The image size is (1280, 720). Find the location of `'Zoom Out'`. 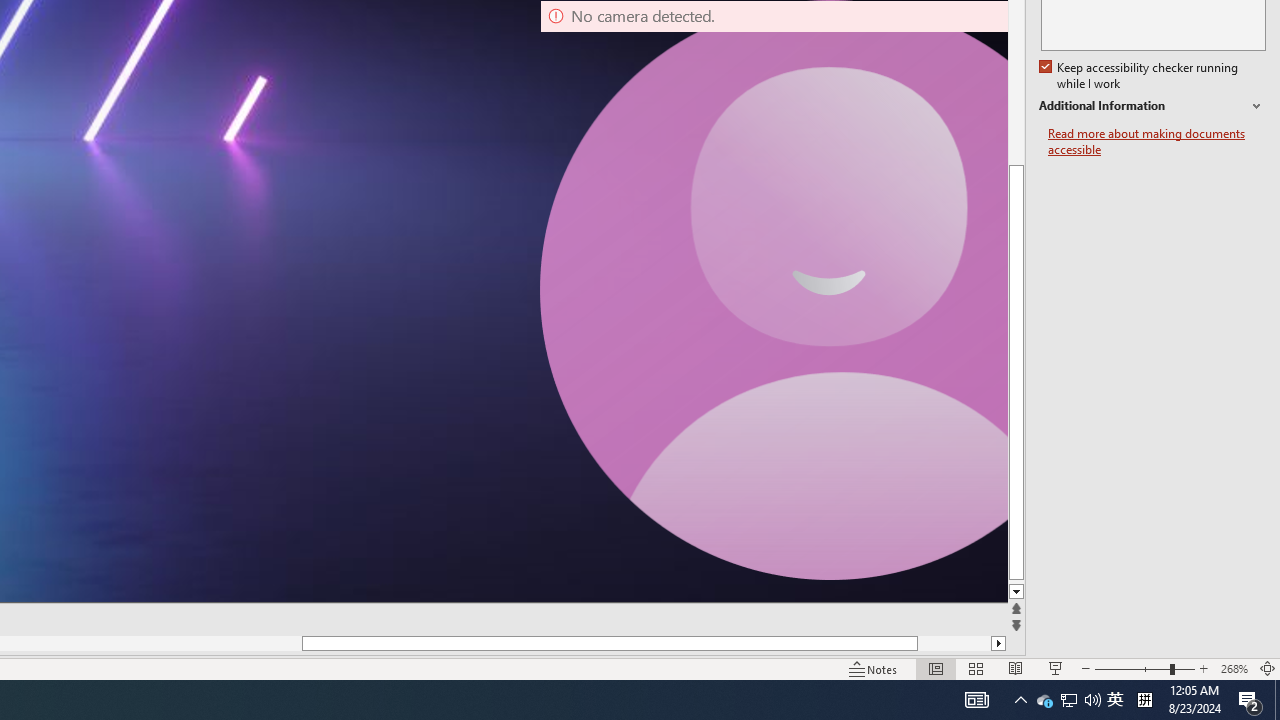

'Zoom Out' is located at coordinates (1132, 669).